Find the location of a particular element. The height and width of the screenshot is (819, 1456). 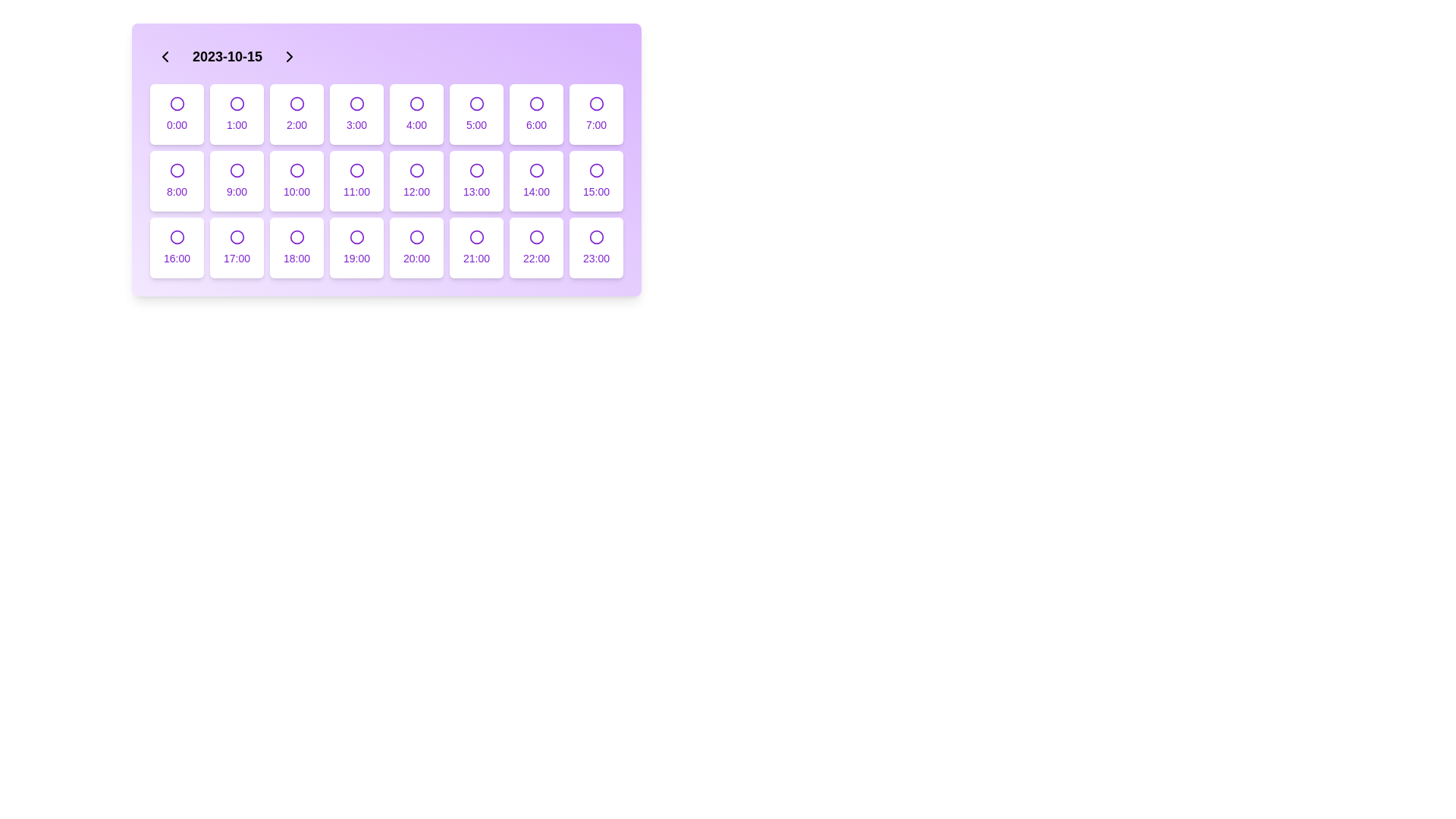

the circular marker indicating the '18:00' time slot located in the fourth row and third column of the time slot grid is located at coordinates (297, 237).